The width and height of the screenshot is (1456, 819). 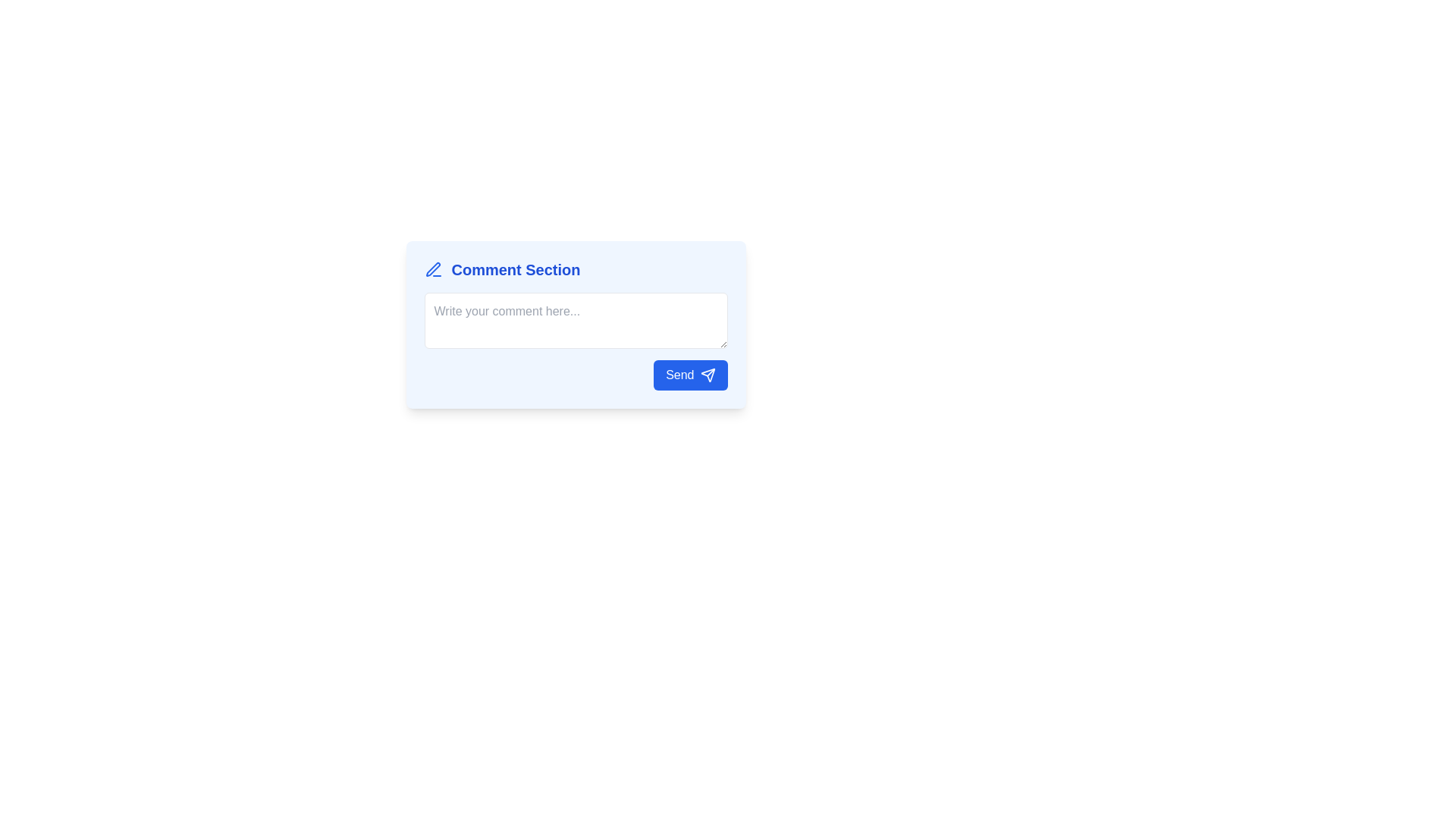 What do you see at coordinates (689, 375) in the screenshot?
I see `the button located at the bottom-right corner of the comment submission section` at bounding box center [689, 375].